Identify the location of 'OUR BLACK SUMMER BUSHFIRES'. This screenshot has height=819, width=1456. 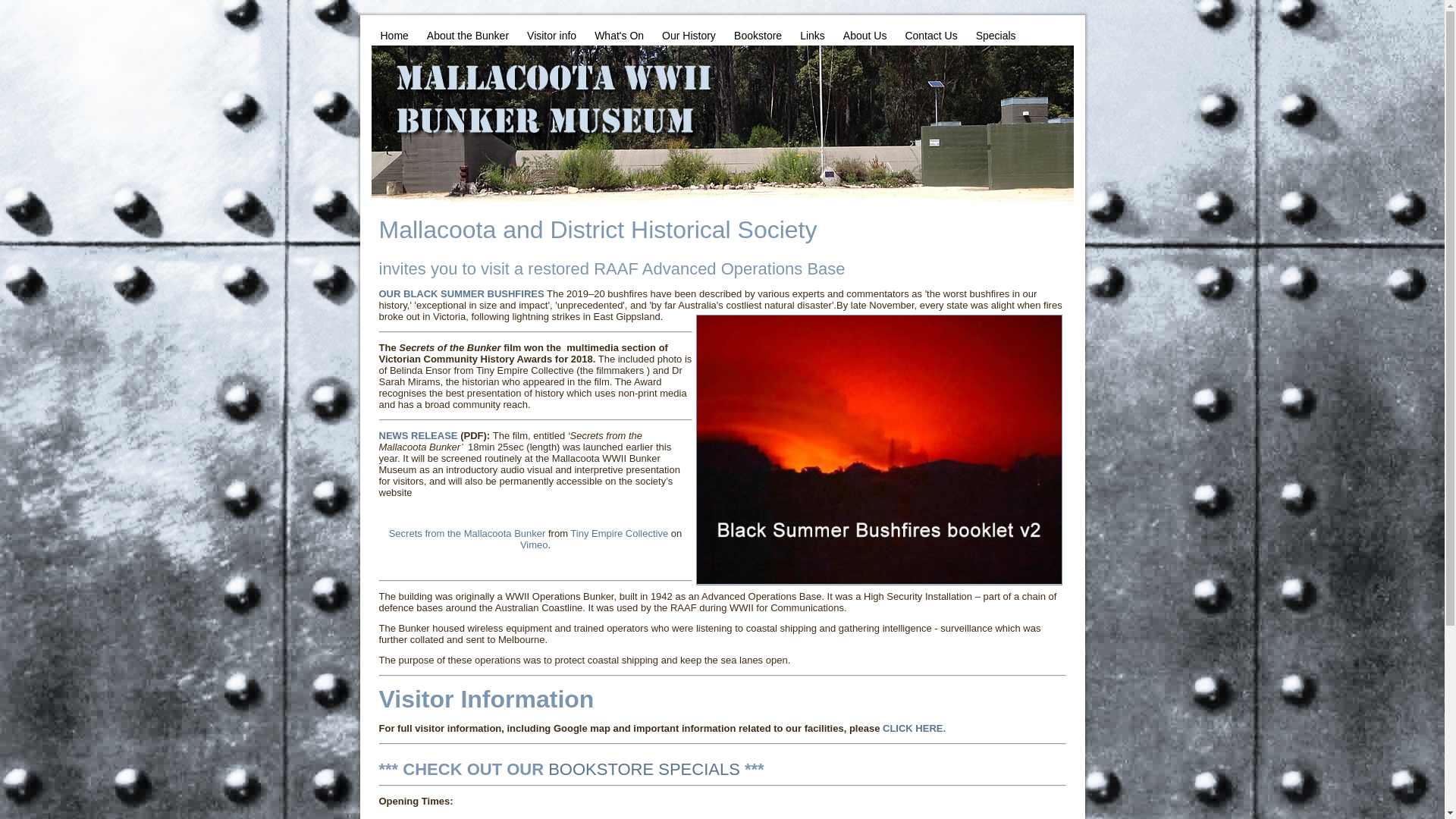
(461, 293).